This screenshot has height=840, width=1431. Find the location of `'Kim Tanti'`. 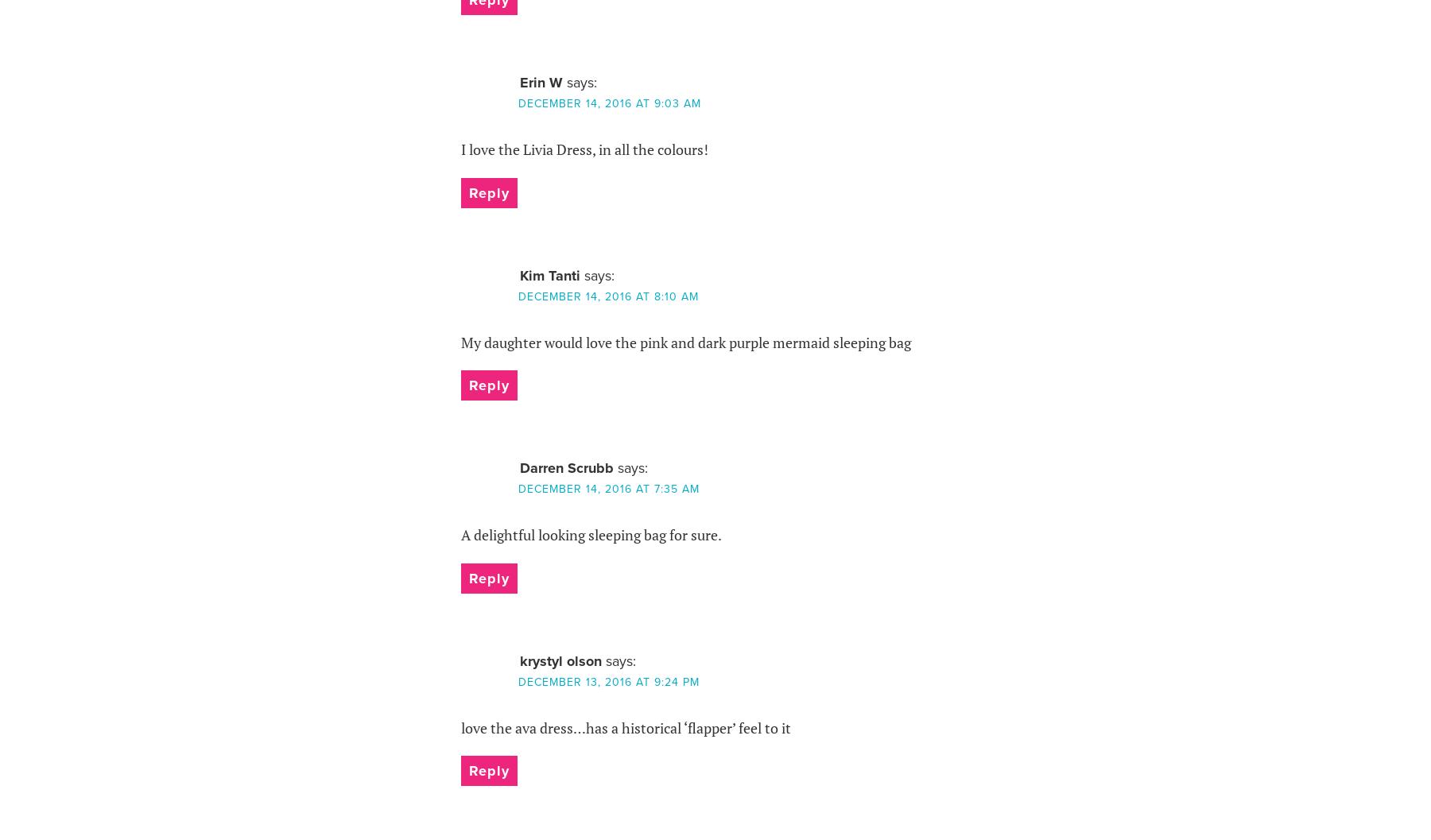

'Kim Tanti' is located at coordinates (549, 274).